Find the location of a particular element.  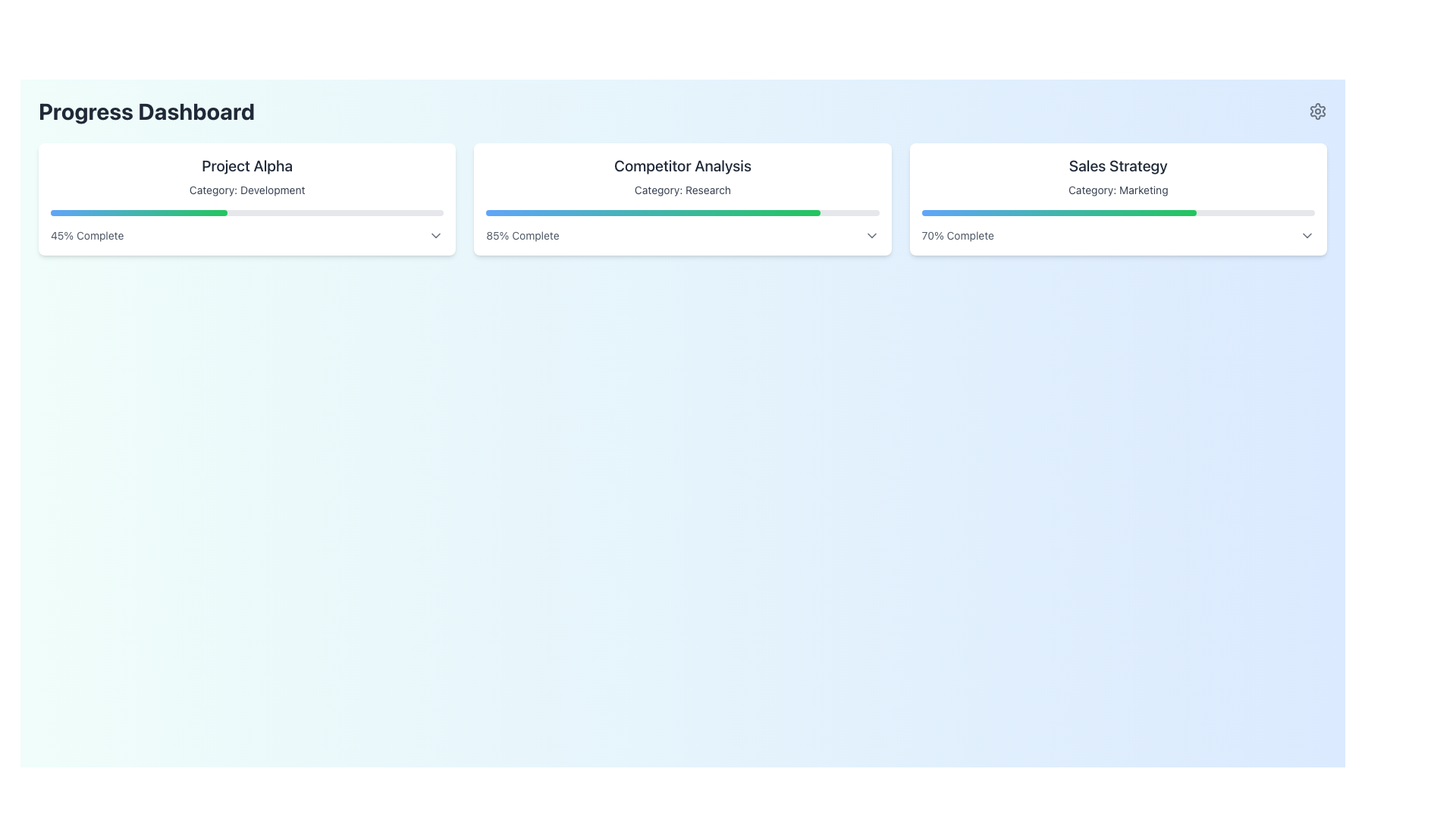

the progress visually by interacting with the progress bar indicating 85% completion within the 'Competitor Analysis' card is located at coordinates (682, 213).